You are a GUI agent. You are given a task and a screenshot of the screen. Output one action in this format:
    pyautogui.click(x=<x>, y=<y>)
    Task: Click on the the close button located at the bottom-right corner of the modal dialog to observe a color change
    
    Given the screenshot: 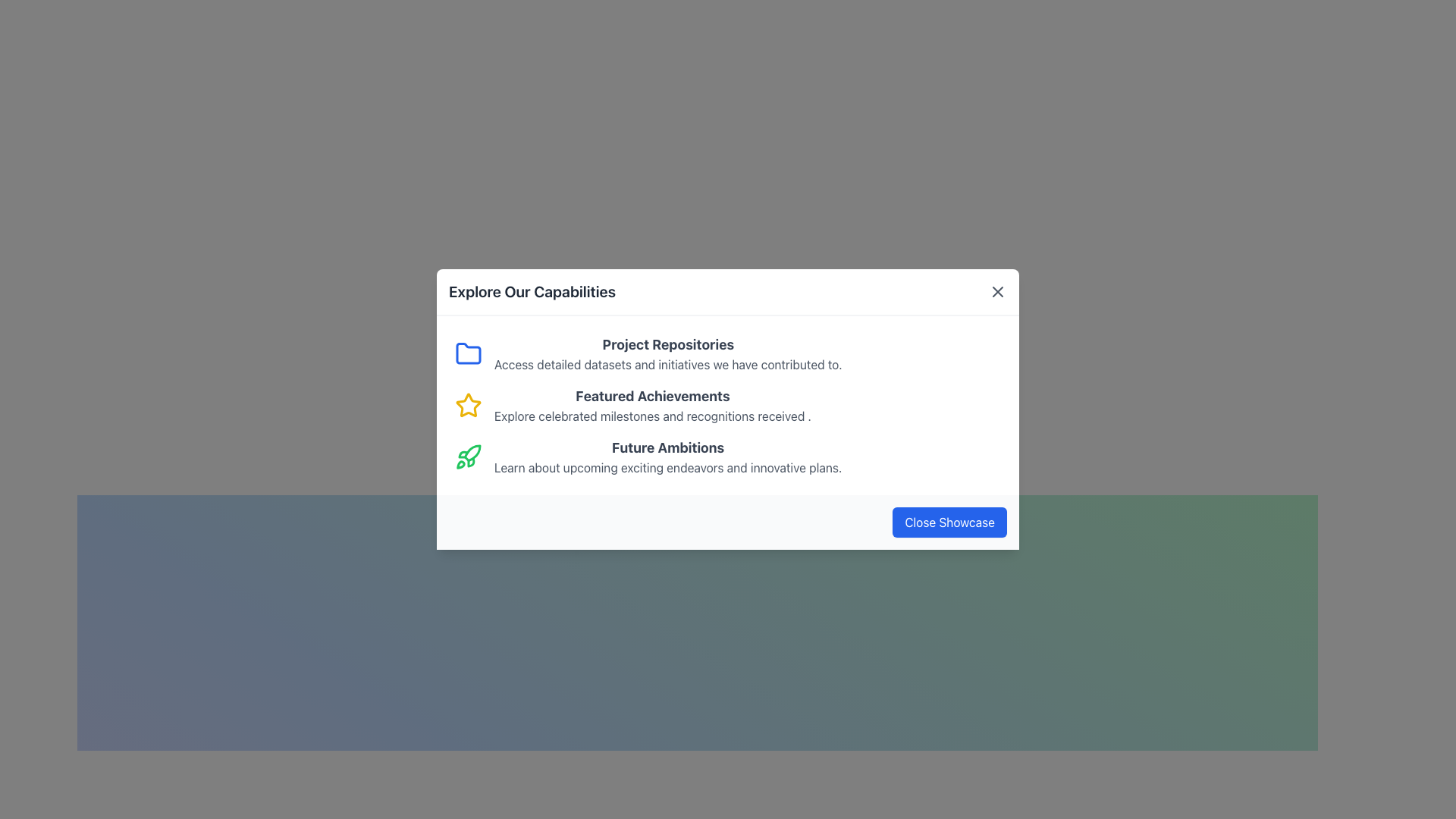 What is the action you would take?
    pyautogui.click(x=949, y=522)
    